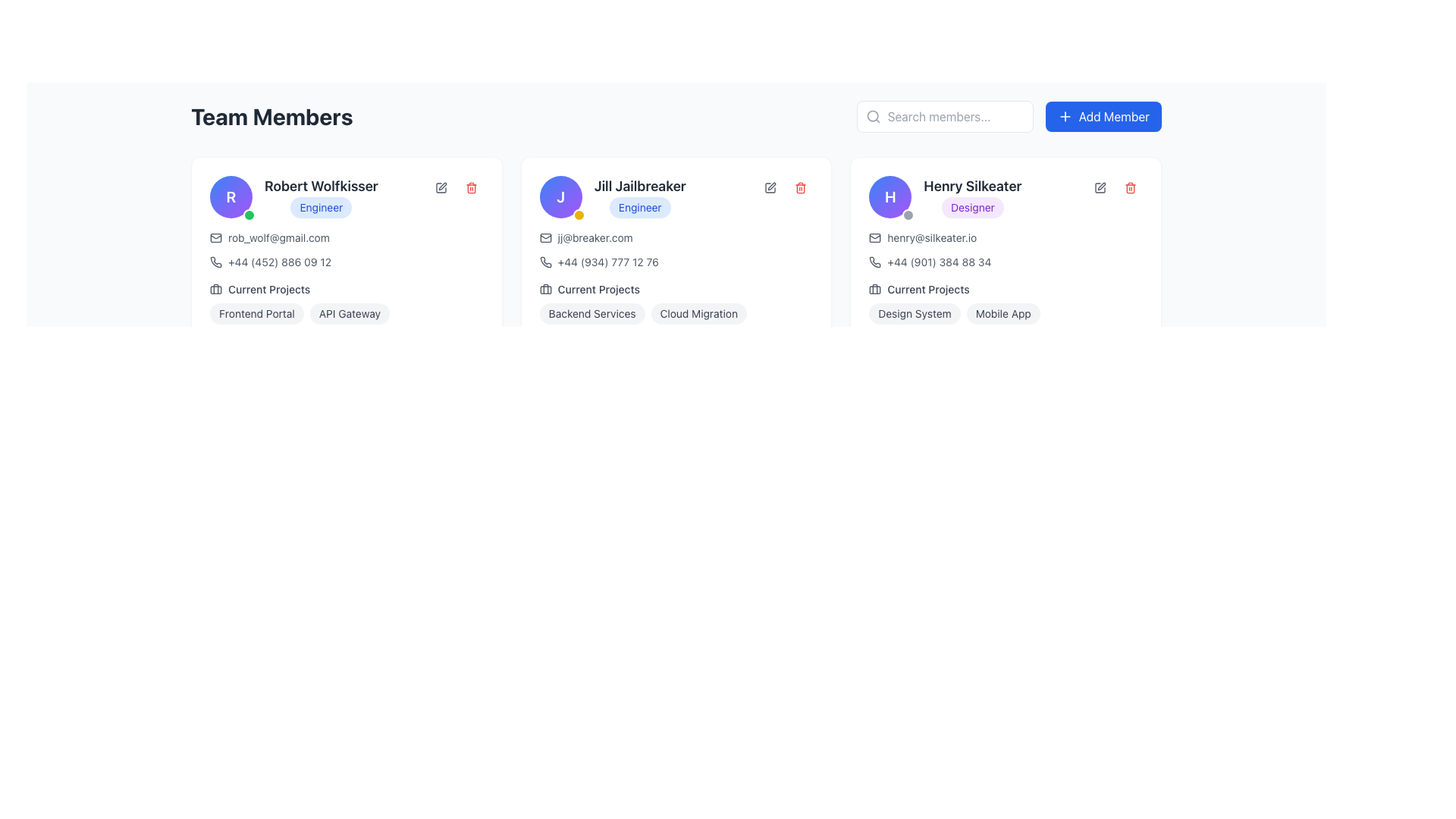 Image resolution: width=1456 pixels, height=819 pixels. Describe the element at coordinates (1100, 187) in the screenshot. I see `the edit button located in the top-right corner of Henry Silkeater's user card to initiate the edit action` at that location.